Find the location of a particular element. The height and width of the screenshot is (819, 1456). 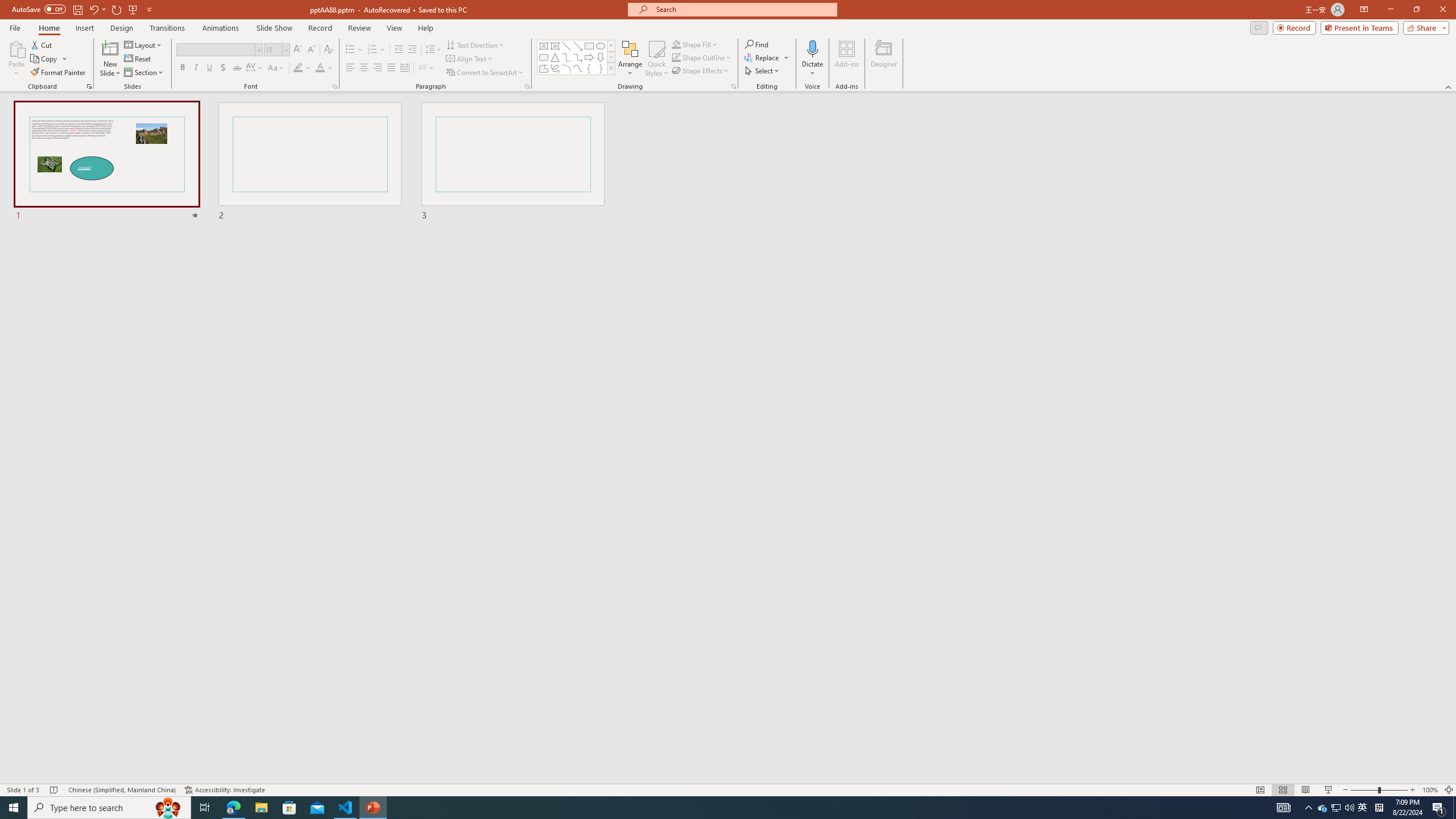

'Dictate' is located at coordinates (812, 59).